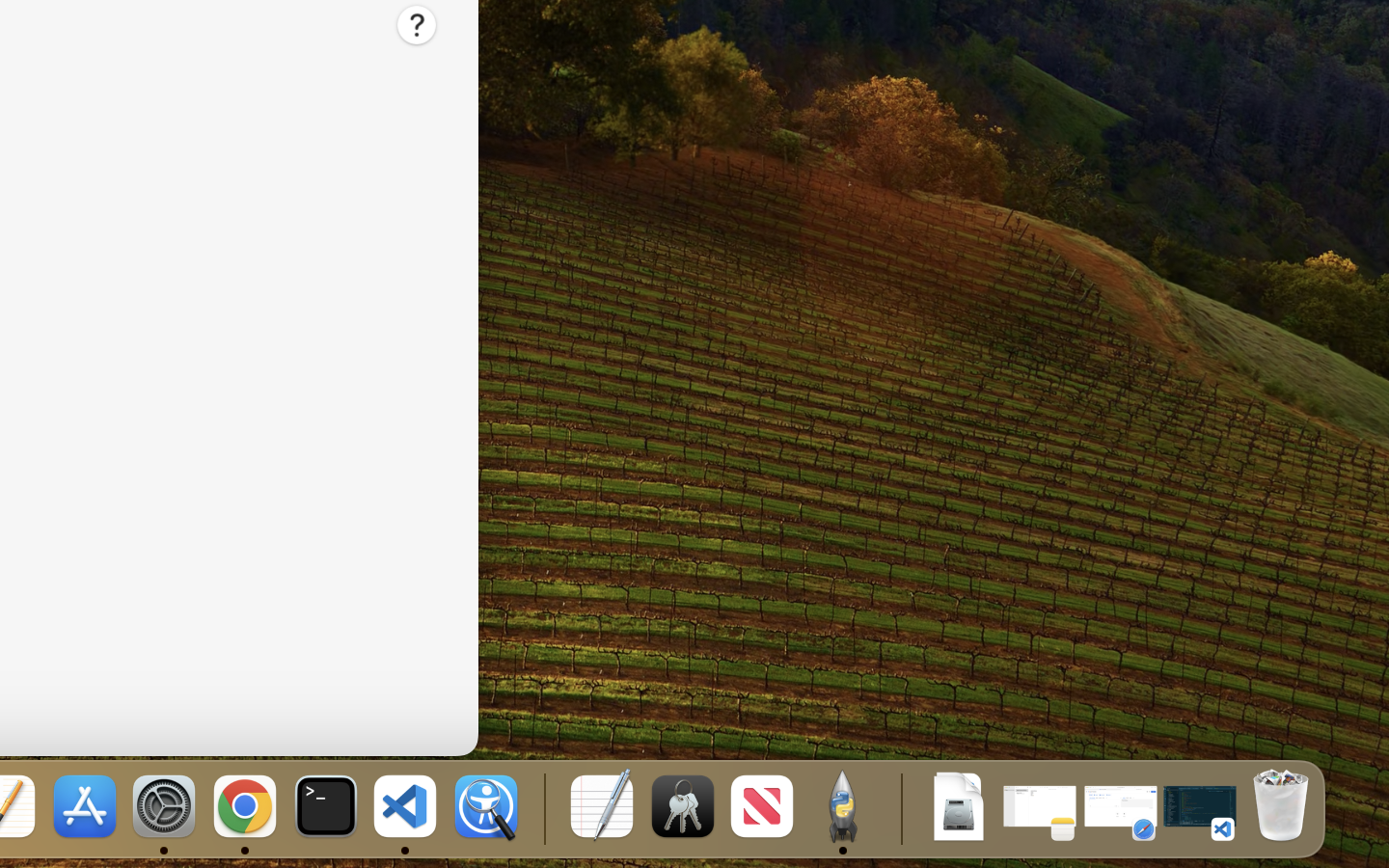 This screenshot has height=868, width=1389. Describe the element at coordinates (542, 807) in the screenshot. I see `'0.4285714328289032'` at that location.